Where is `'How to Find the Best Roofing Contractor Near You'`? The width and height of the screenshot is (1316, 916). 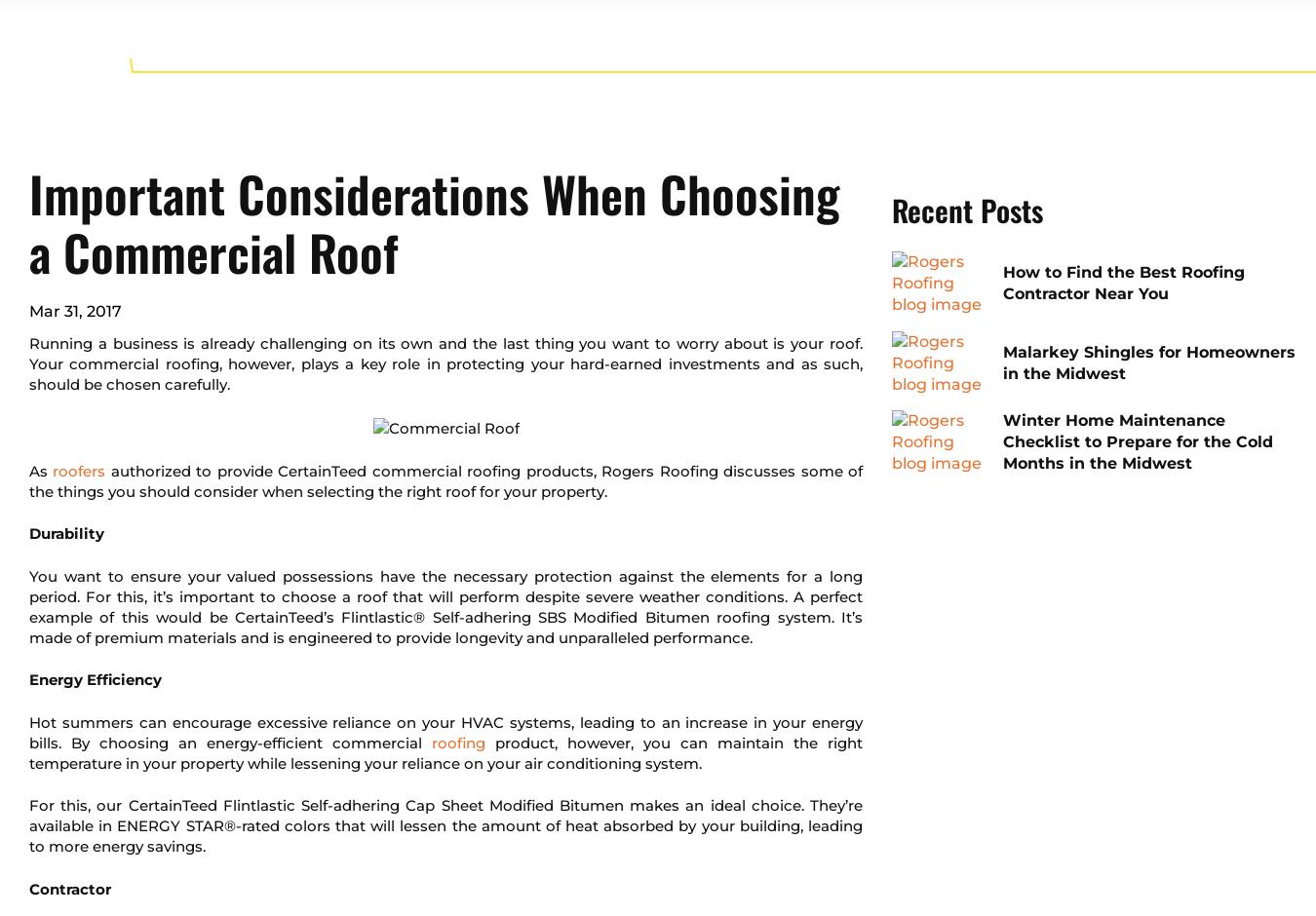
'How to Find the Best Roofing Contractor Near You' is located at coordinates (1123, 282).